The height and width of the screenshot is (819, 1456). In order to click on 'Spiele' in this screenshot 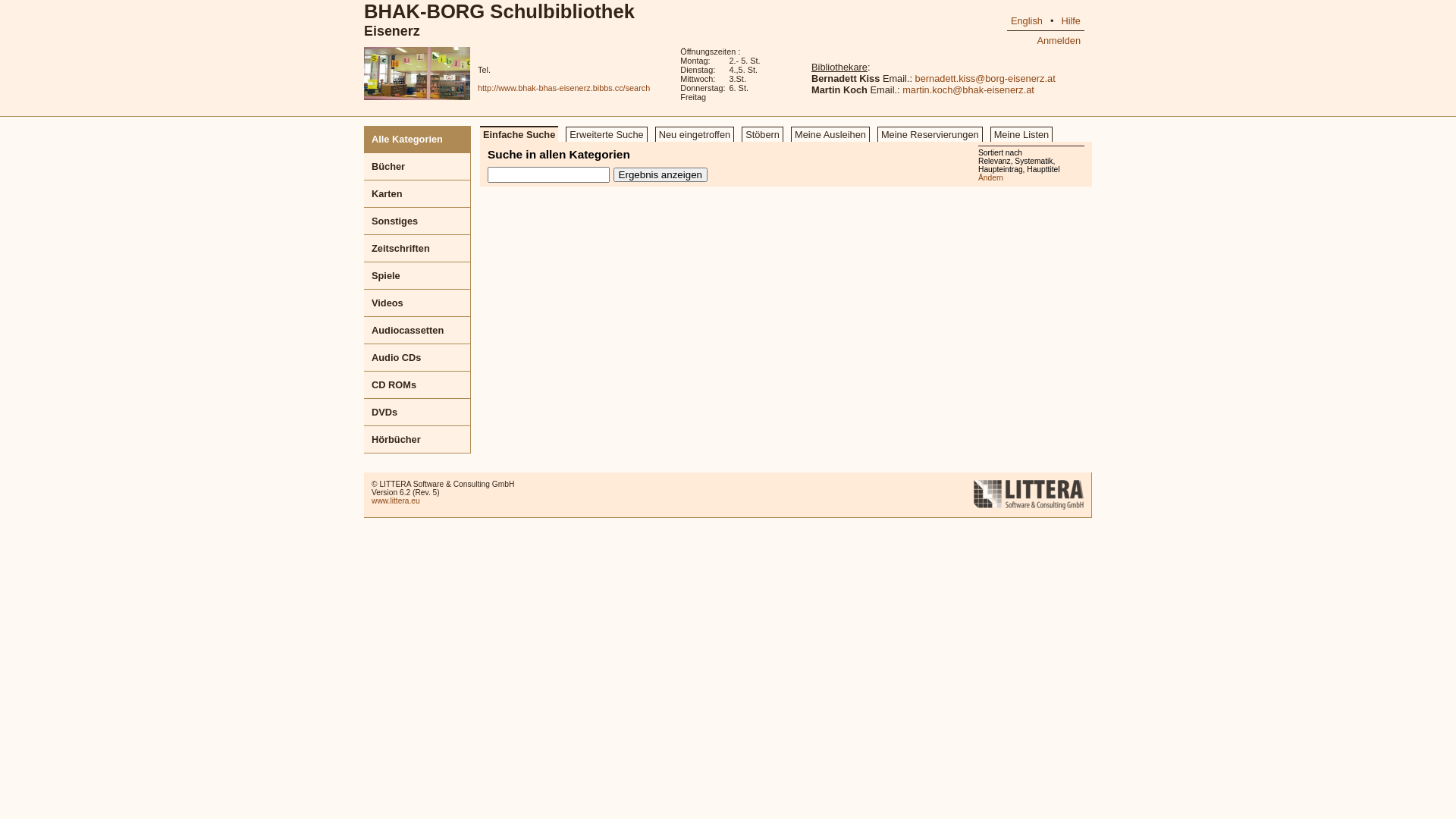, I will do `click(364, 275)`.